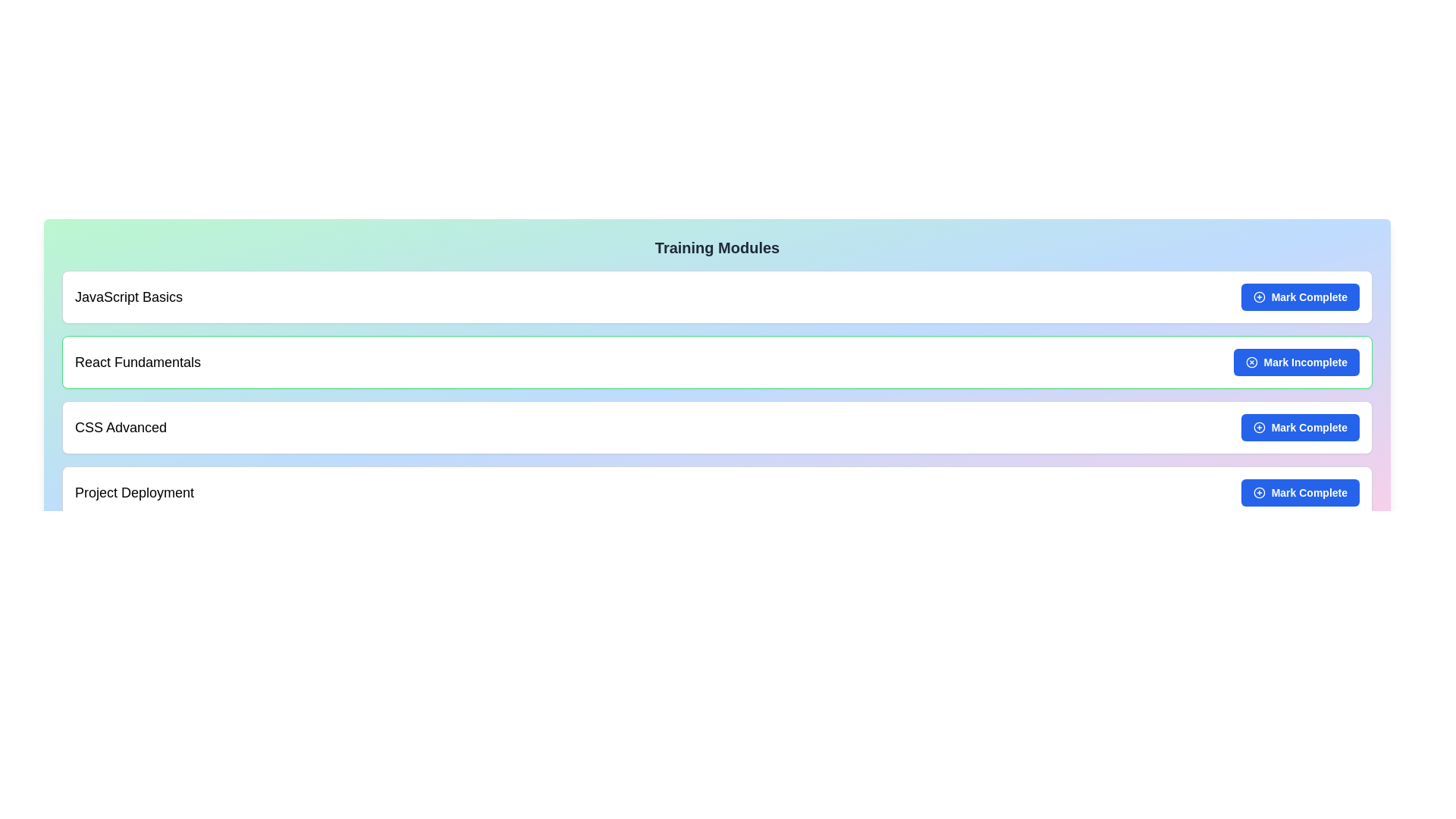 The height and width of the screenshot is (819, 1456). I want to click on the button that updates the status of the 'React Fundamentals' module, so click(1295, 362).